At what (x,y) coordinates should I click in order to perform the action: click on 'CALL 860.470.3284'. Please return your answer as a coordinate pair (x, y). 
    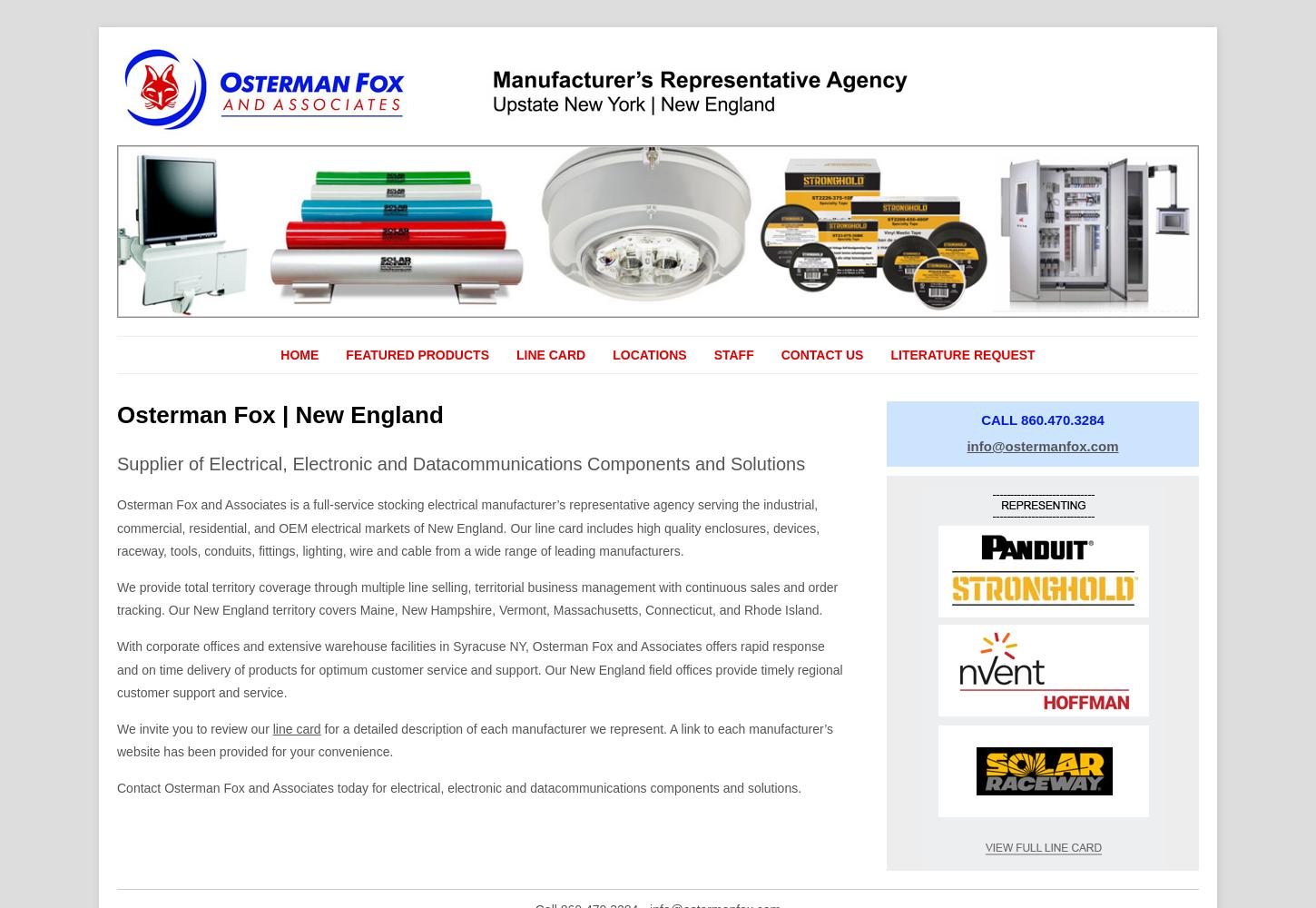
    Looking at the image, I should click on (1041, 418).